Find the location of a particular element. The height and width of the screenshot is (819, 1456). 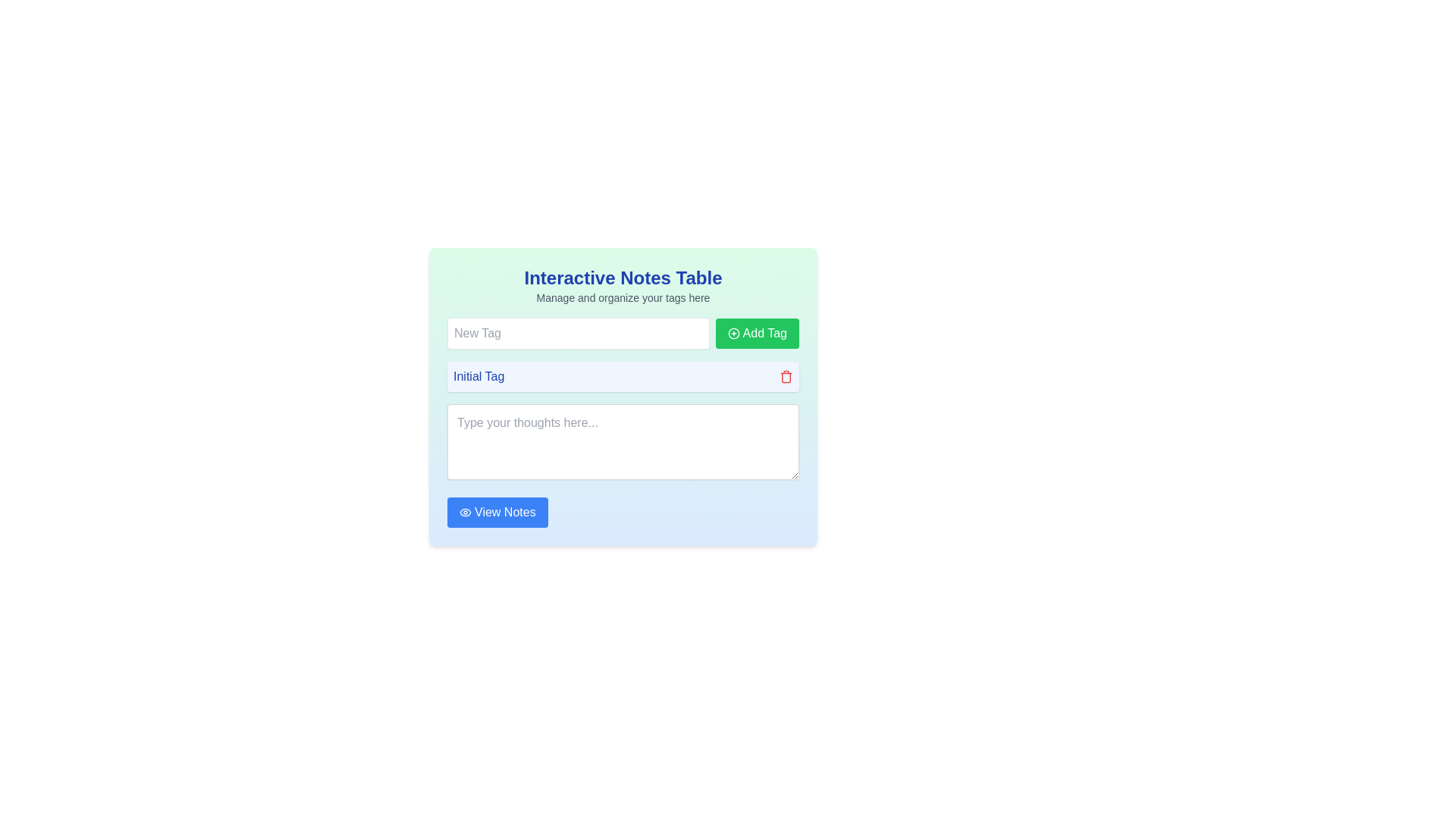

the Text Label that provides guidance below the 'Interactive Notes Table' title is located at coordinates (623, 298).